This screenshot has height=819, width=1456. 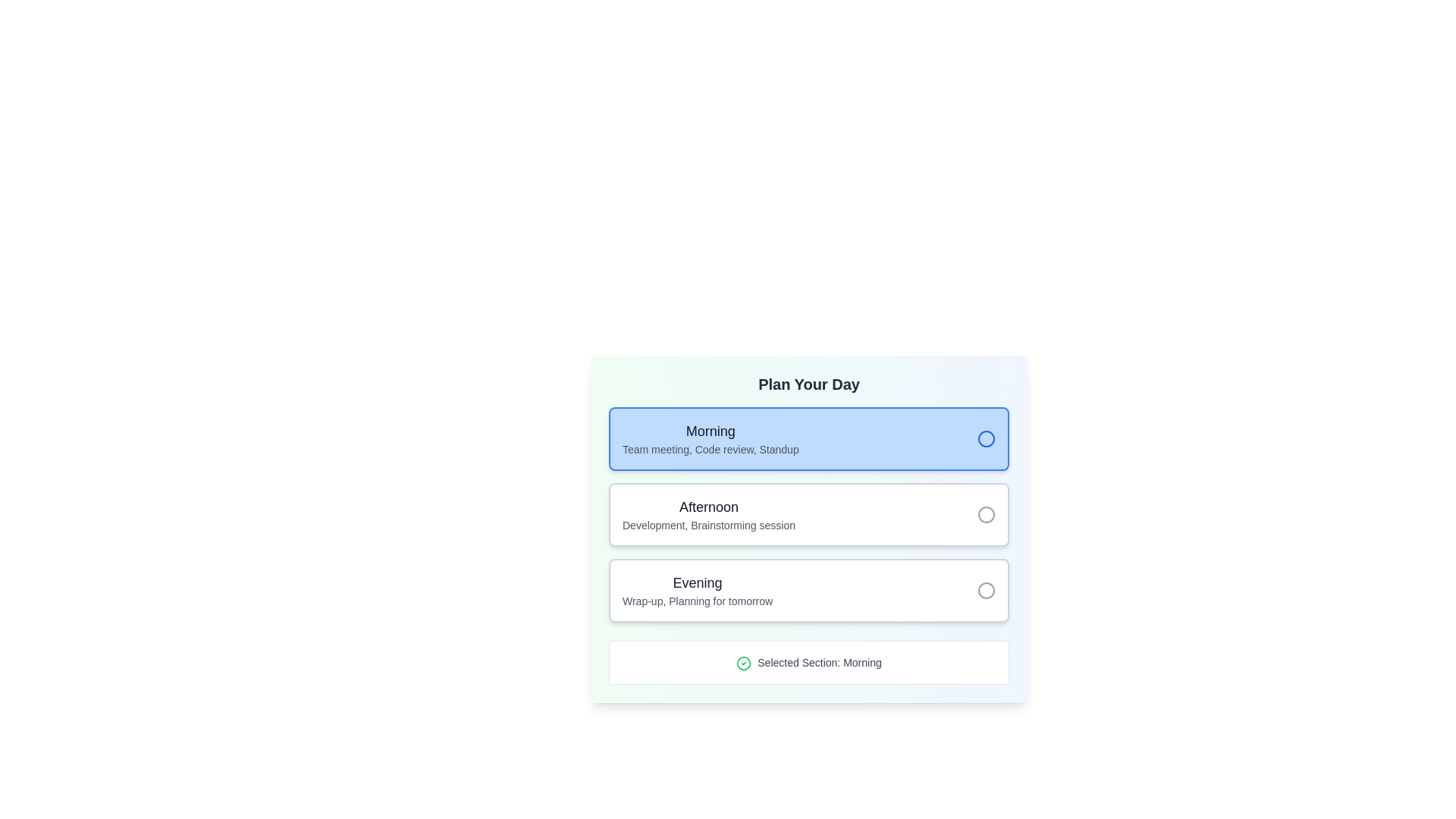 What do you see at coordinates (808, 590) in the screenshot?
I see `the information card labeled 'Evening' which describes the time period with 'Wrap-up, Planning for tomorrow.' This card is the third item in a vertical list below 'Morning' and 'Afternoon.'` at bounding box center [808, 590].